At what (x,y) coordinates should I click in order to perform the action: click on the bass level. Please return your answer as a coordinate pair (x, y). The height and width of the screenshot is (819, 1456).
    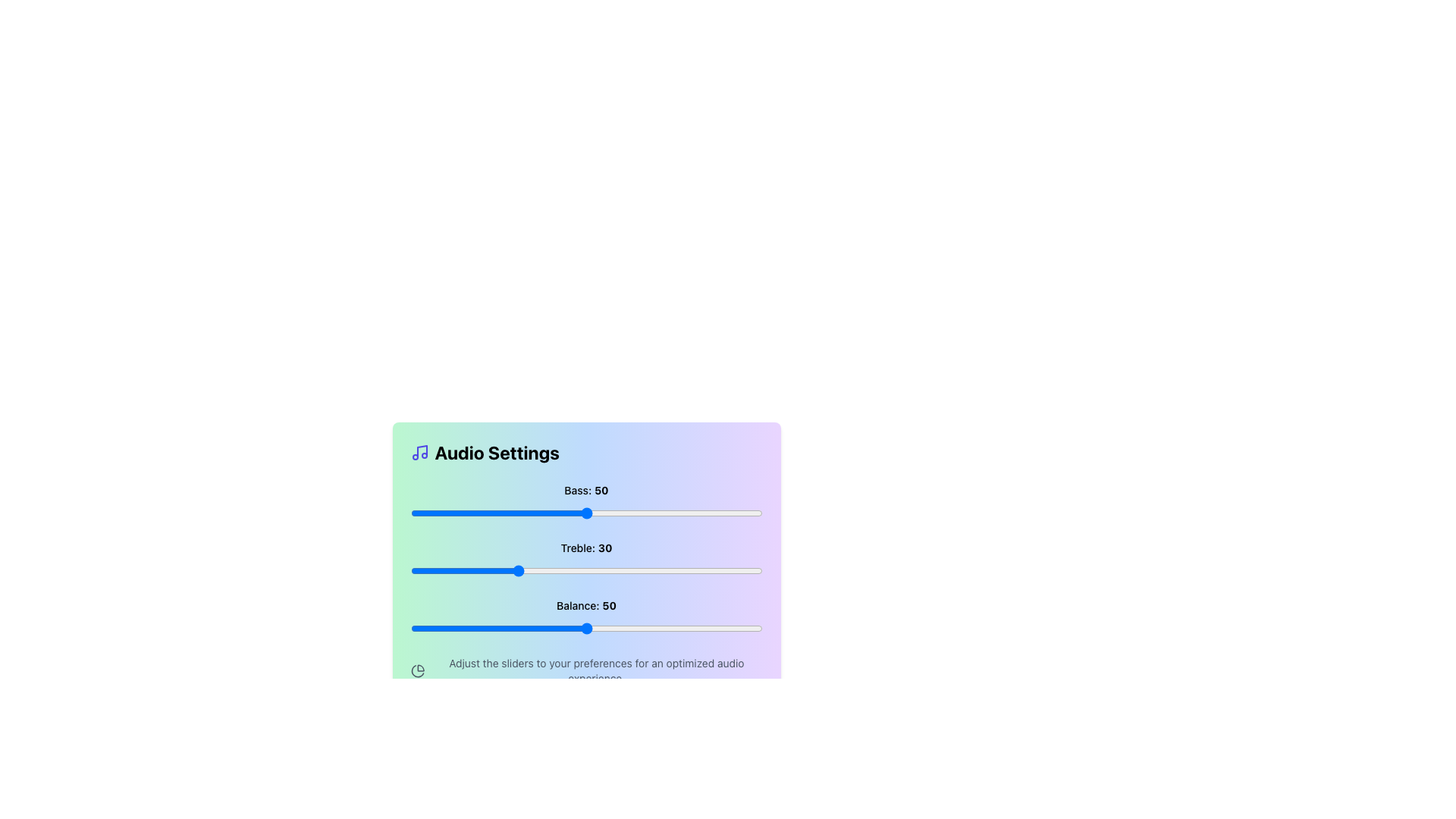
    Looking at the image, I should click on (544, 513).